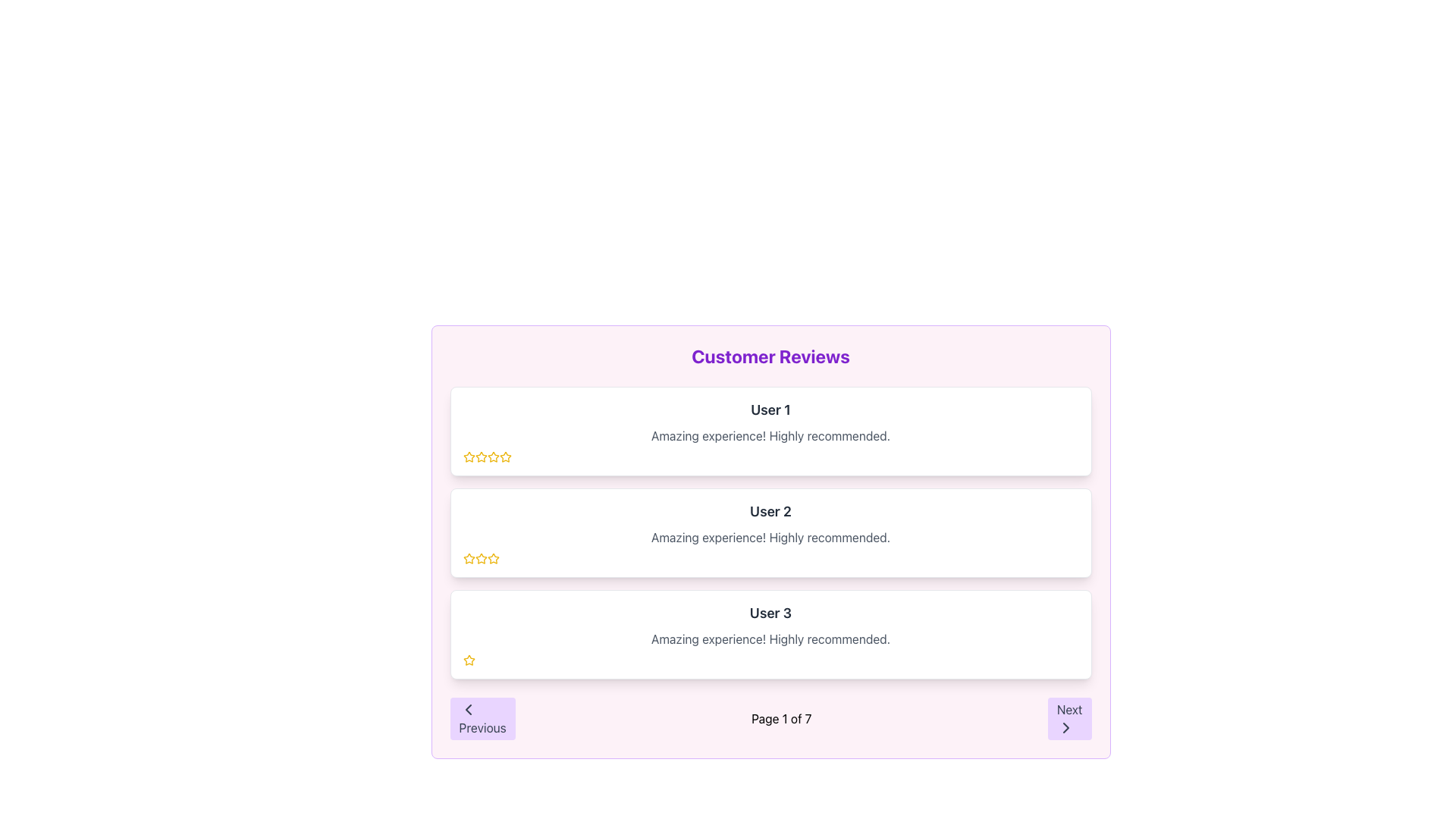  What do you see at coordinates (1068, 718) in the screenshot?
I see `the 'Next' button with light purple background and gray text for accessibility navigation` at bounding box center [1068, 718].